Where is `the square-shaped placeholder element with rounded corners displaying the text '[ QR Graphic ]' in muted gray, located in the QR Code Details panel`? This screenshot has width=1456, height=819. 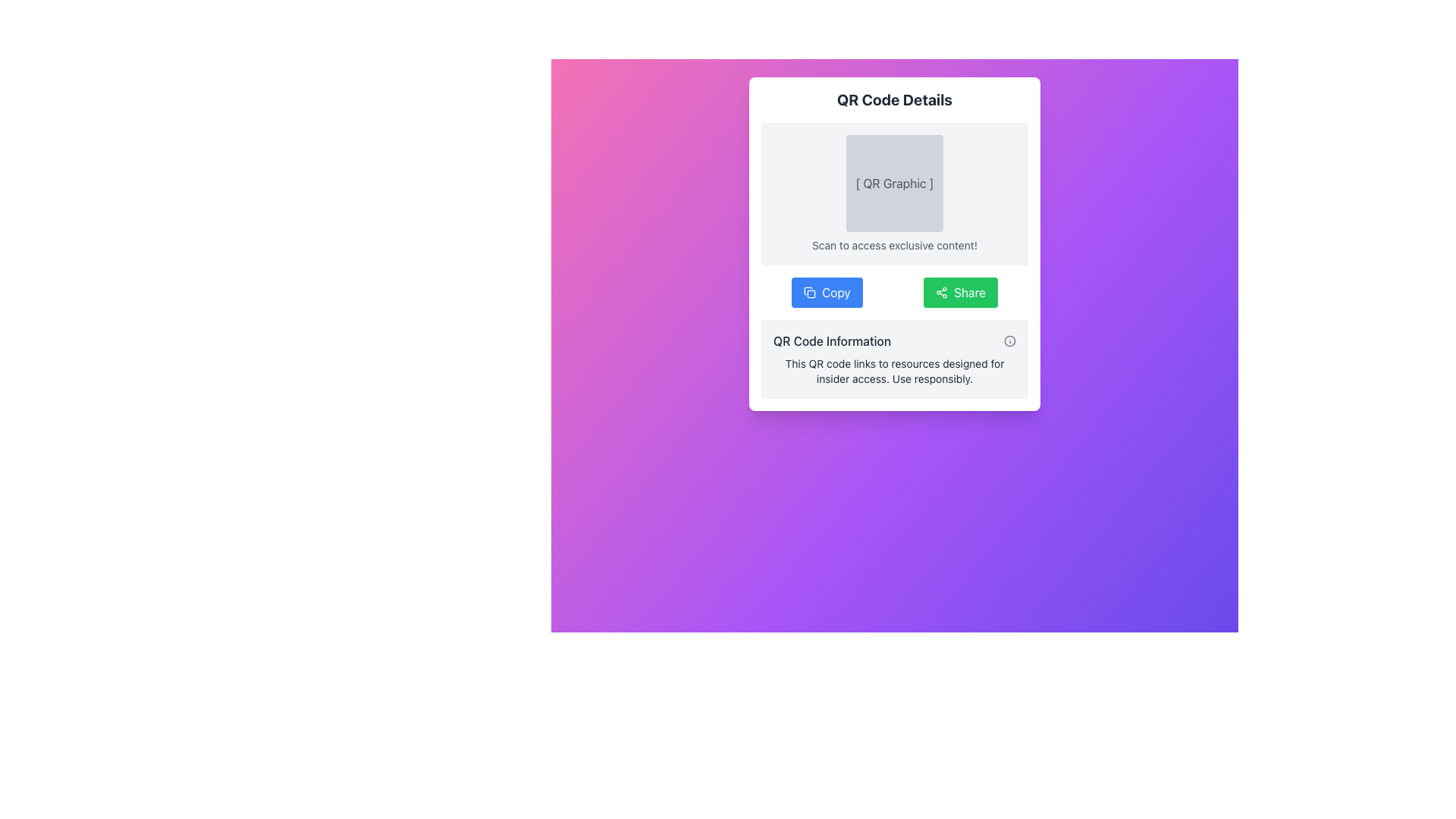
the square-shaped placeholder element with rounded corners displaying the text '[ QR Graphic ]' in muted gray, located in the QR Code Details panel is located at coordinates (895, 183).